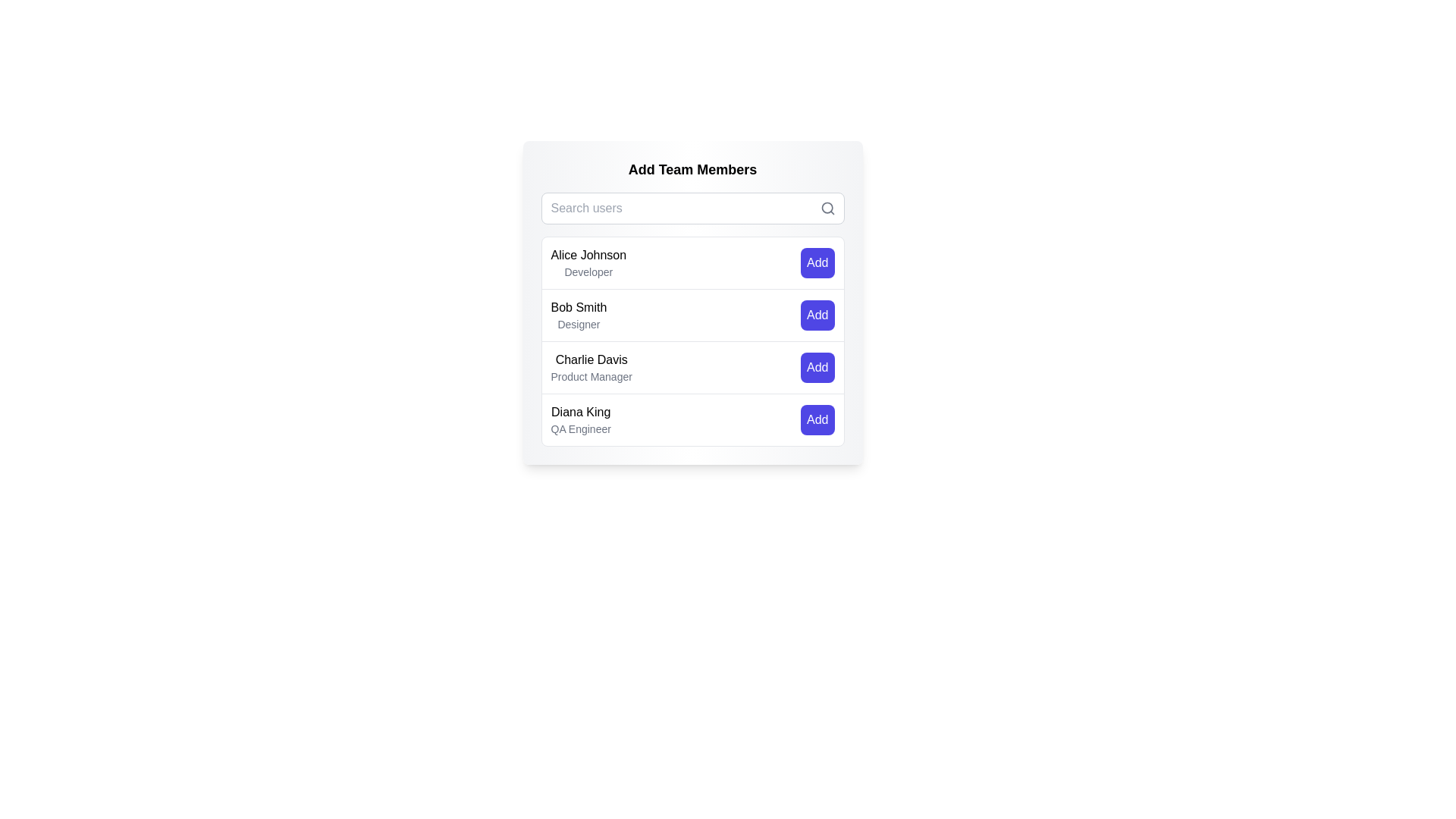 The height and width of the screenshot is (819, 1456). Describe the element at coordinates (578, 315) in the screenshot. I see `designation of the informational label displaying 'Bob Smith' as the name and 'Designer' as the subtitle, located in the second item of the list under the 'Add Team Members' heading` at that location.